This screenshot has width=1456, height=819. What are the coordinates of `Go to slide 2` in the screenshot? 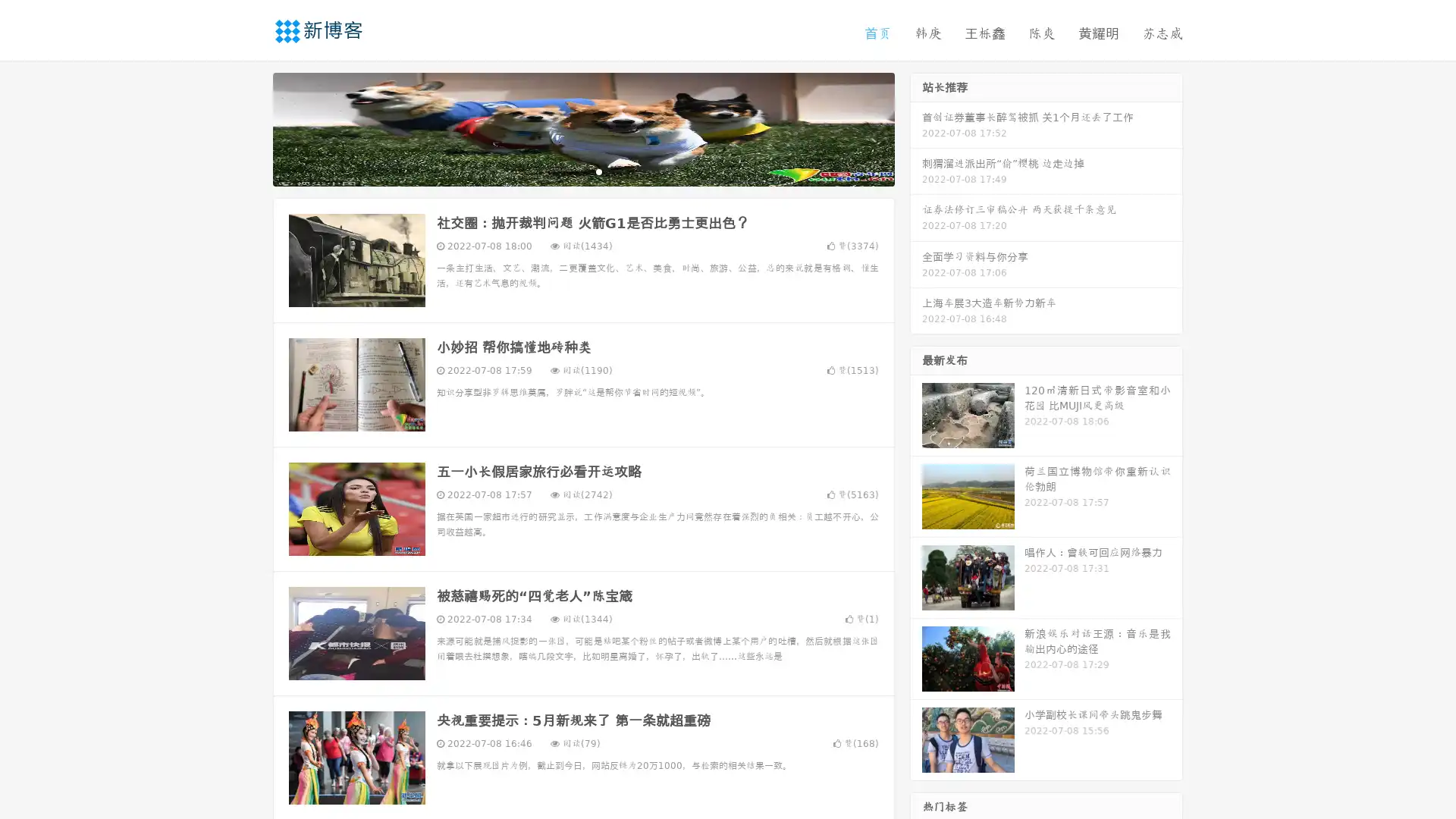 It's located at (582, 171).